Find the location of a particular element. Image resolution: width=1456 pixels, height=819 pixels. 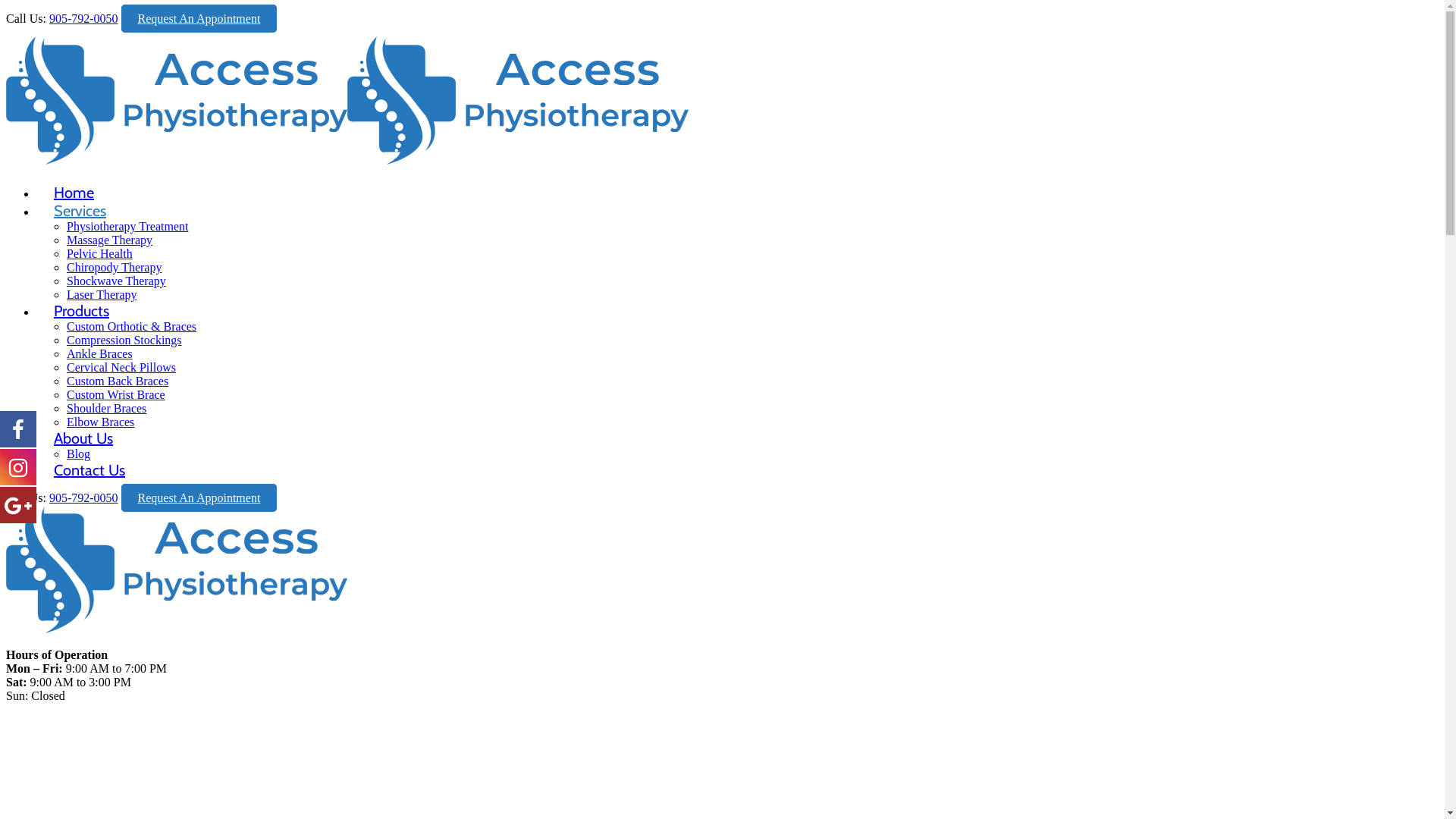

'Chiropody Therapy' is located at coordinates (113, 266).